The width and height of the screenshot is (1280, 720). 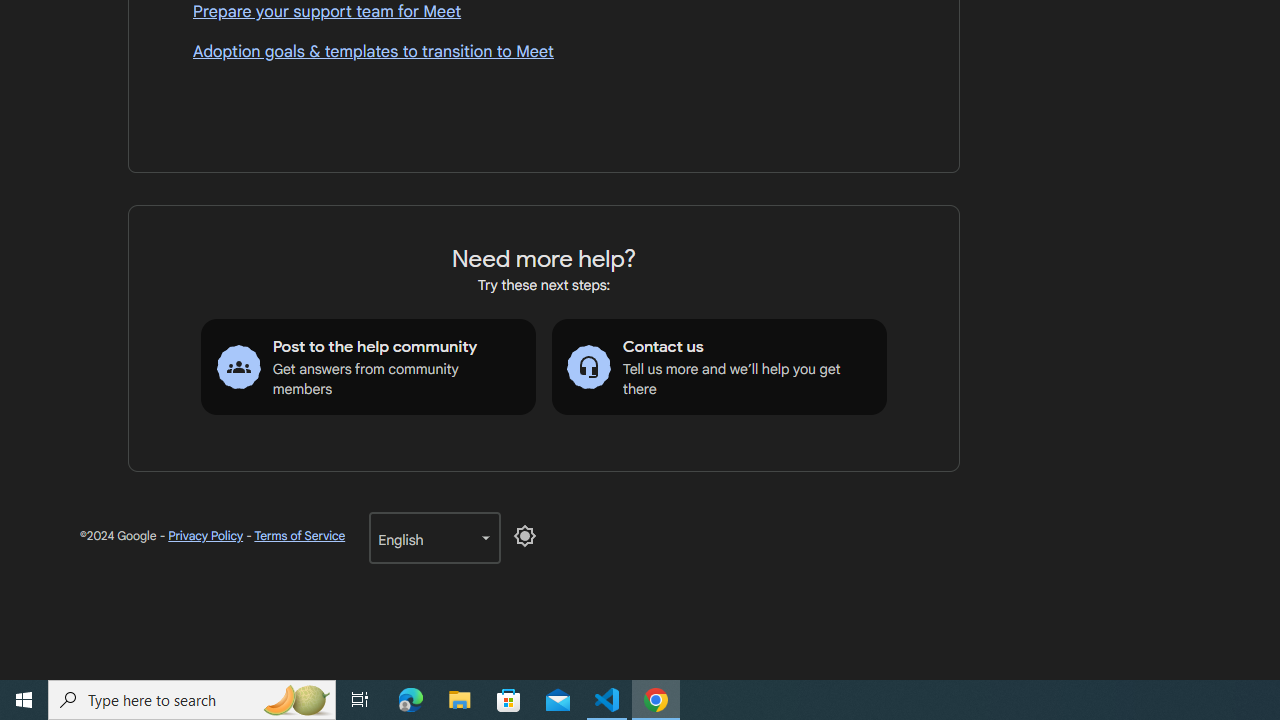 I want to click on 'Terms of Service', so click(x=298, y=535).